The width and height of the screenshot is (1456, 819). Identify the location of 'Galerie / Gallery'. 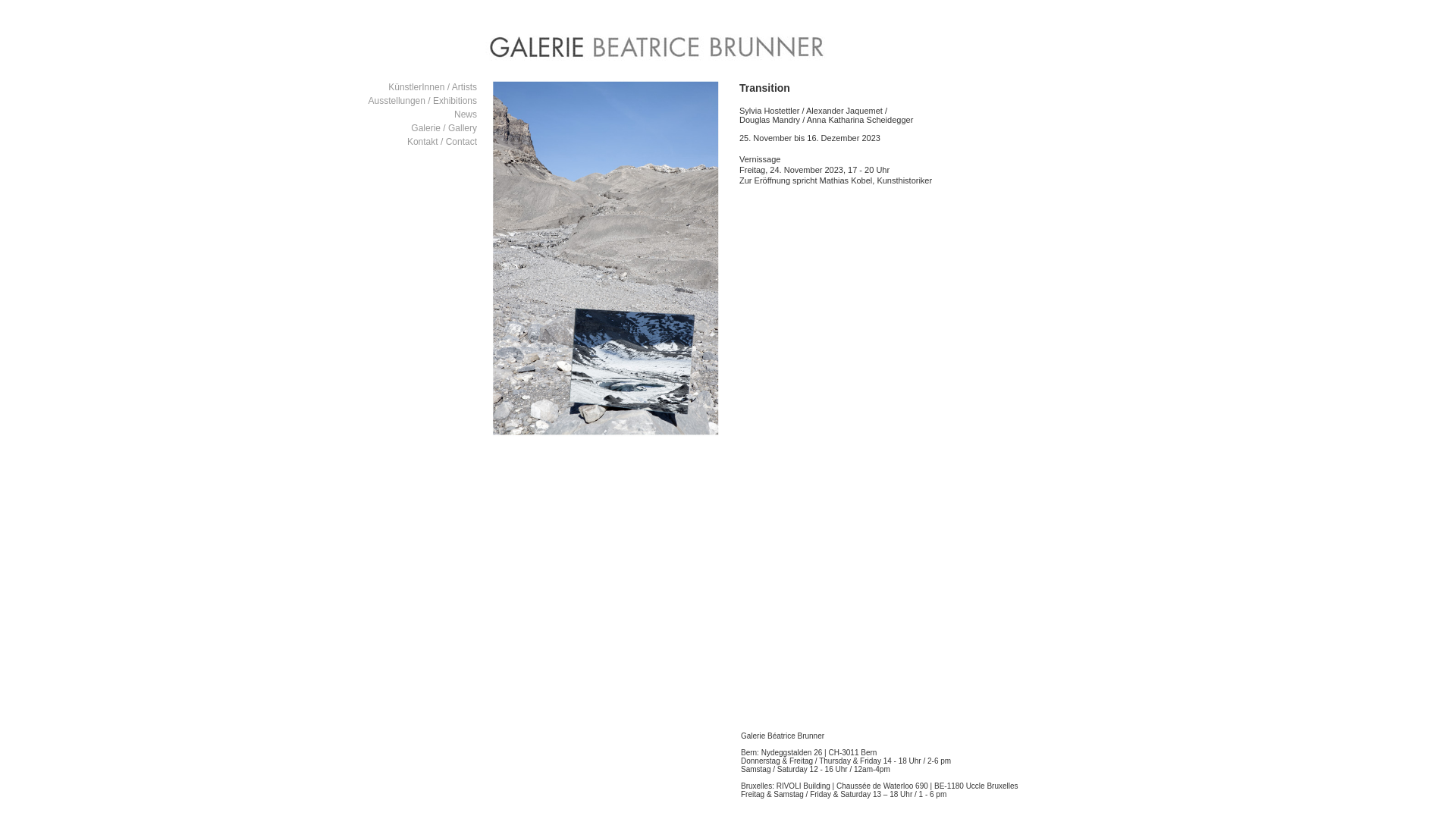
(443, 127).